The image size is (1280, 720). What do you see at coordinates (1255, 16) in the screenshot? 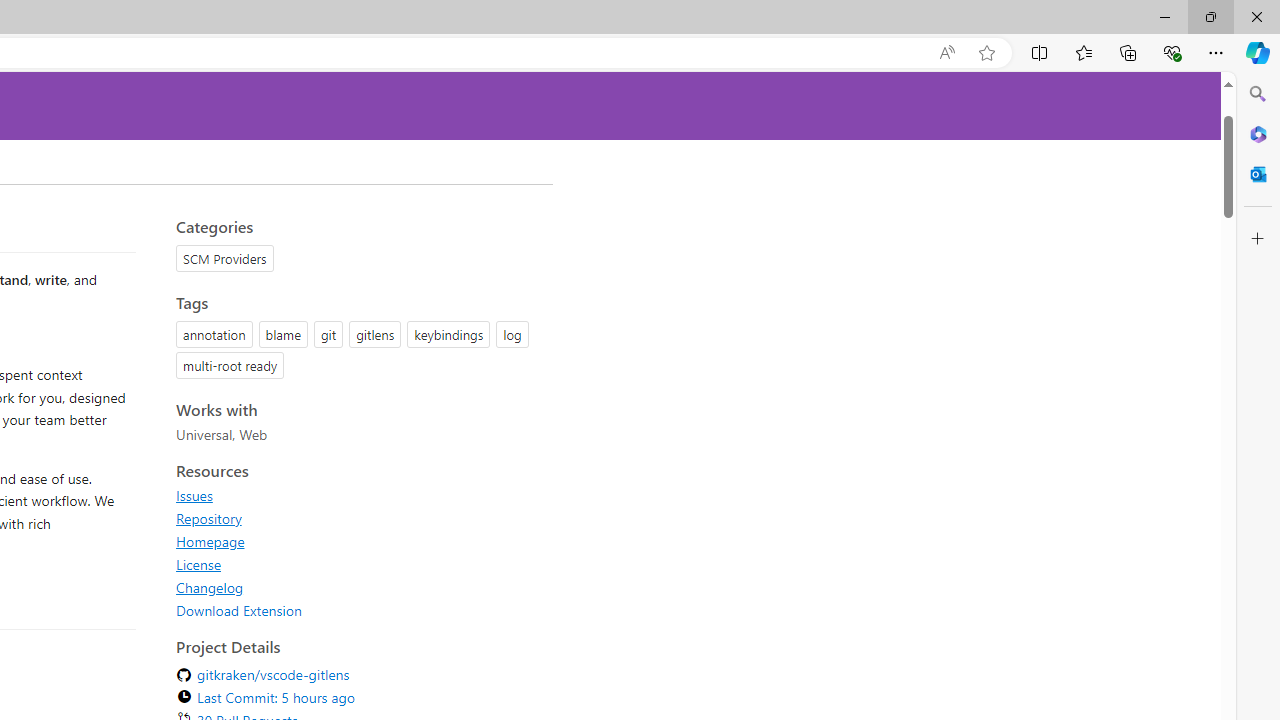
I see `'Close'` at bounding box center [1255, 16].